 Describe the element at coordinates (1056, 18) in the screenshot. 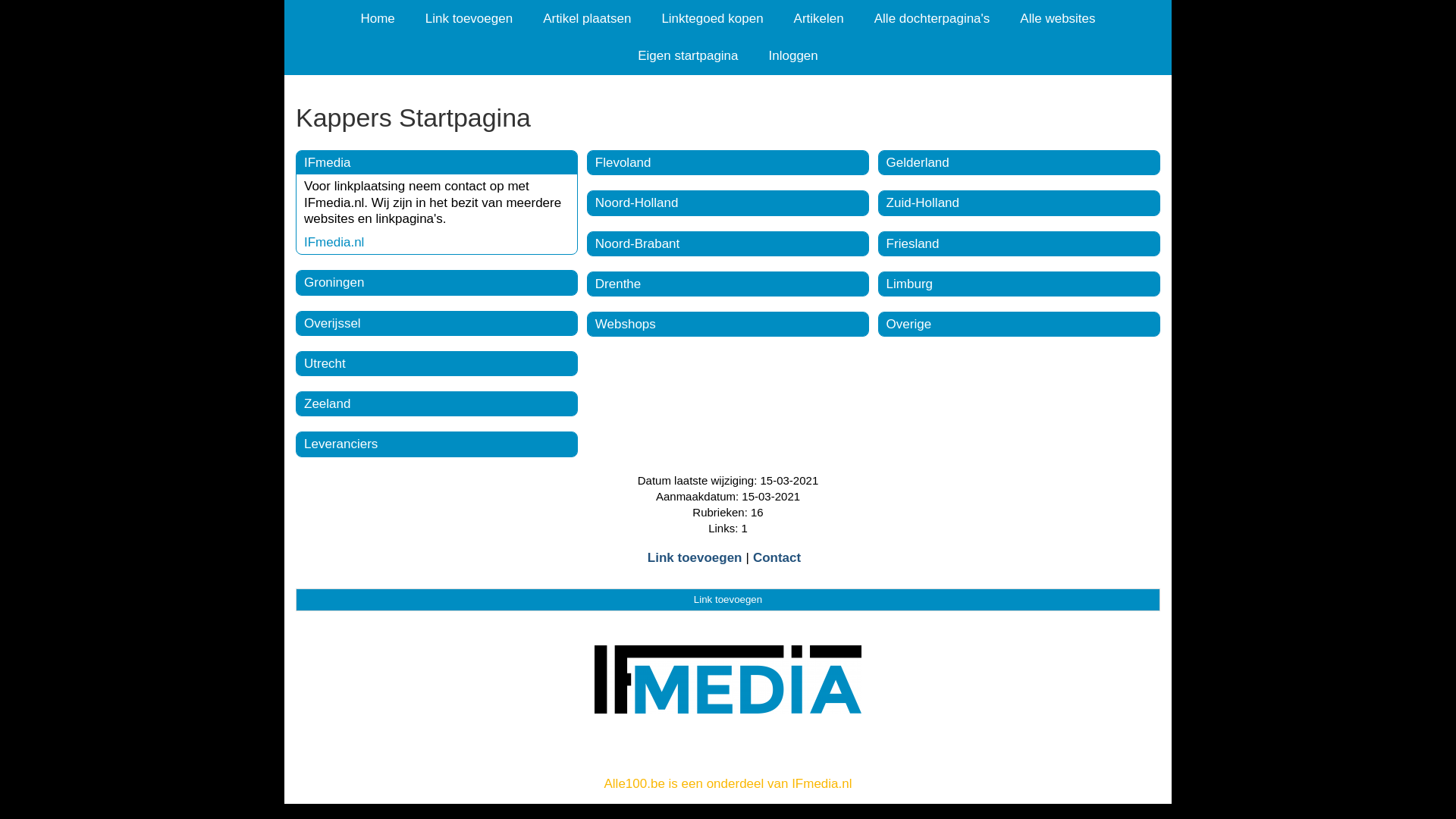

I see `'Alle websites'` at that location.